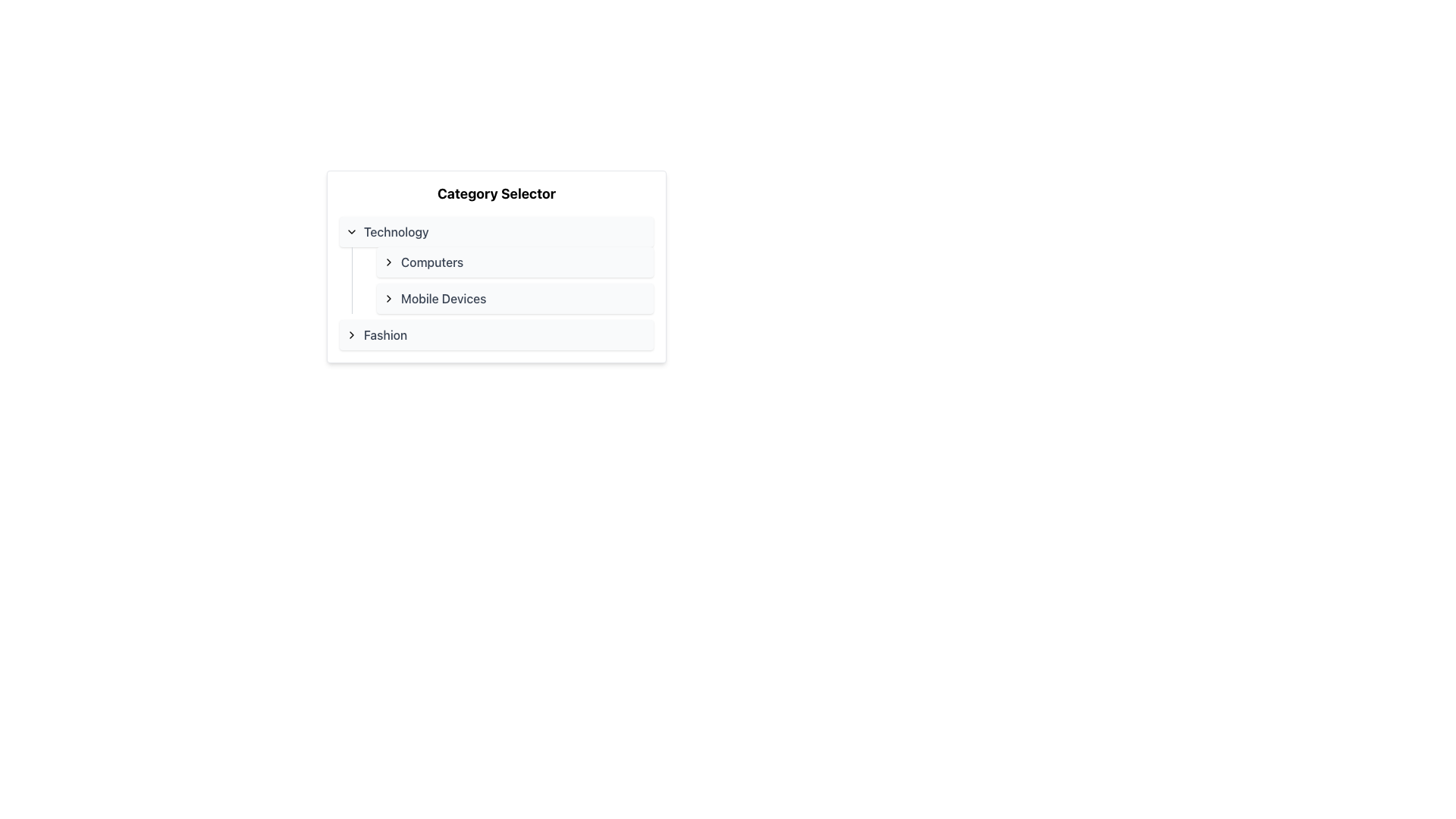 This screenshot has height=819, width=1456. What do you see at coordinates (496, 265) in the screenshot?
I see `the first item in the 'Technology' dropdown list, which is a clickable option for navigating to the 'Computers' section` at bounding box center [496, 265].